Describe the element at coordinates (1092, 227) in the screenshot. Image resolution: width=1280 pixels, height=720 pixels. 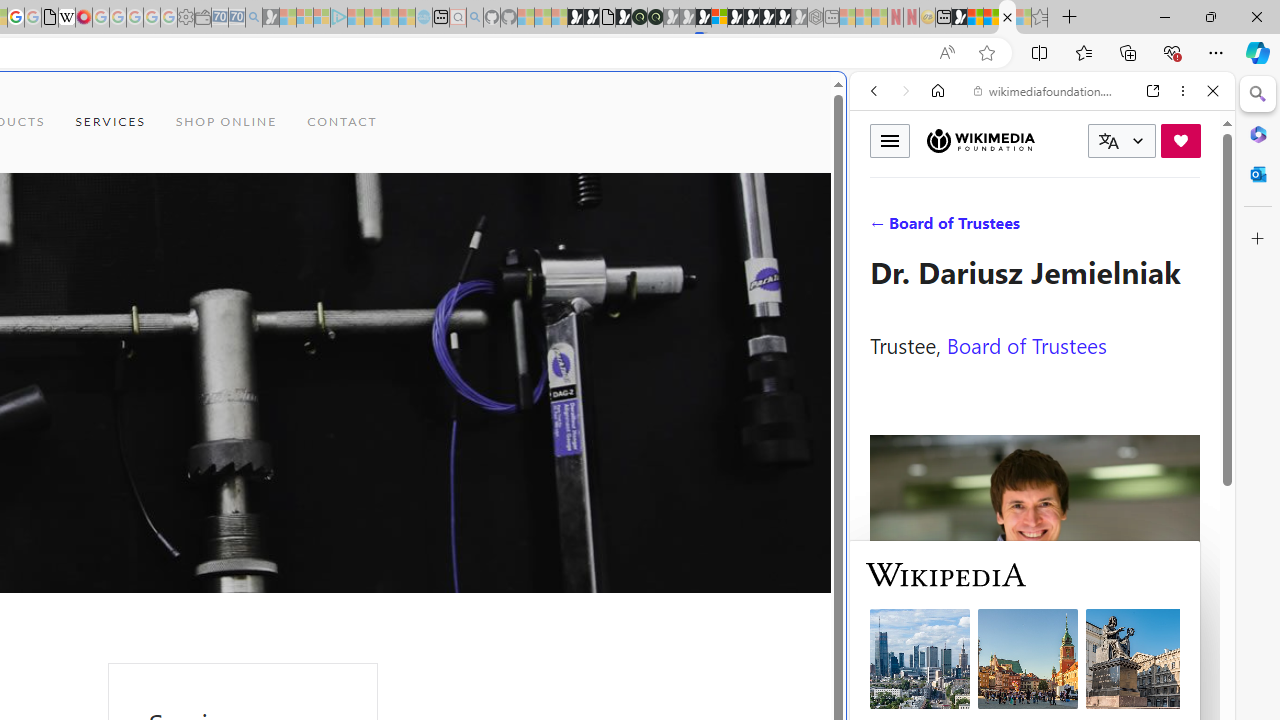
I see `'SEARCH TOOLS'` at that location.